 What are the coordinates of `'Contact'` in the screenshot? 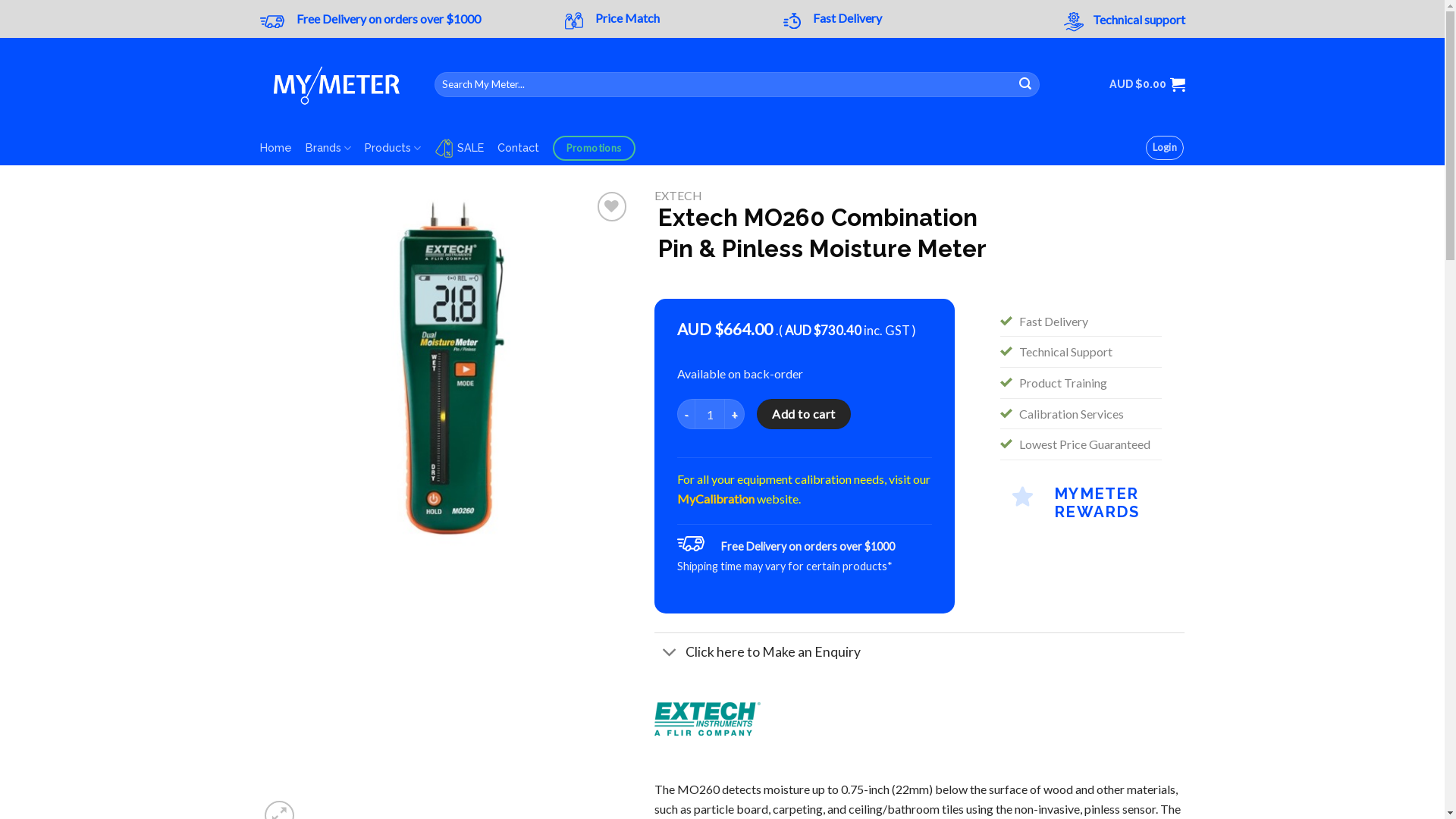 It's located at (518, 148).